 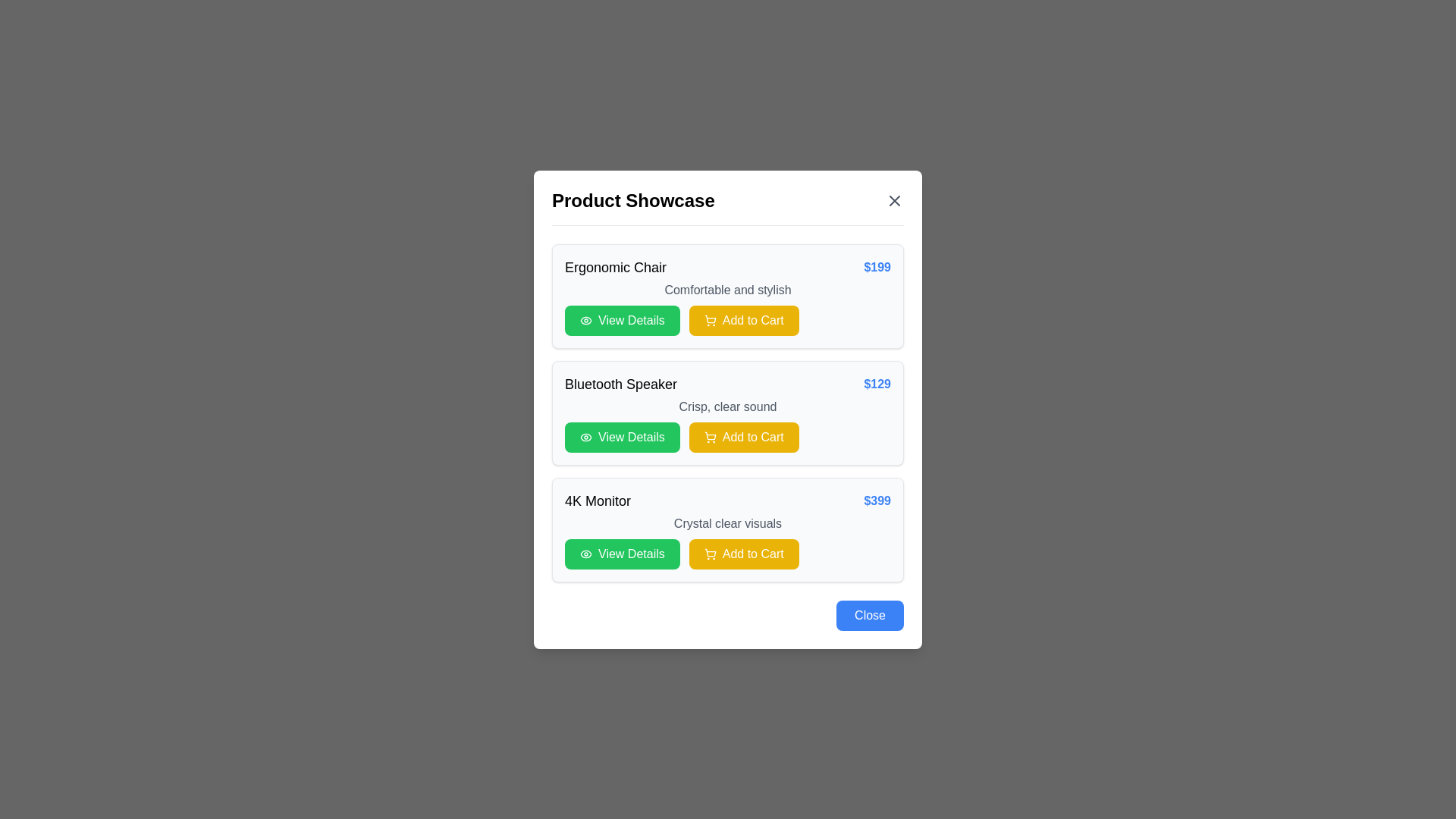 I want to click on the 'X' icon button in the top-right corner of the 'Product Showcase' modal title bar to observe any hover styling effects, so click(x=895, y=199).